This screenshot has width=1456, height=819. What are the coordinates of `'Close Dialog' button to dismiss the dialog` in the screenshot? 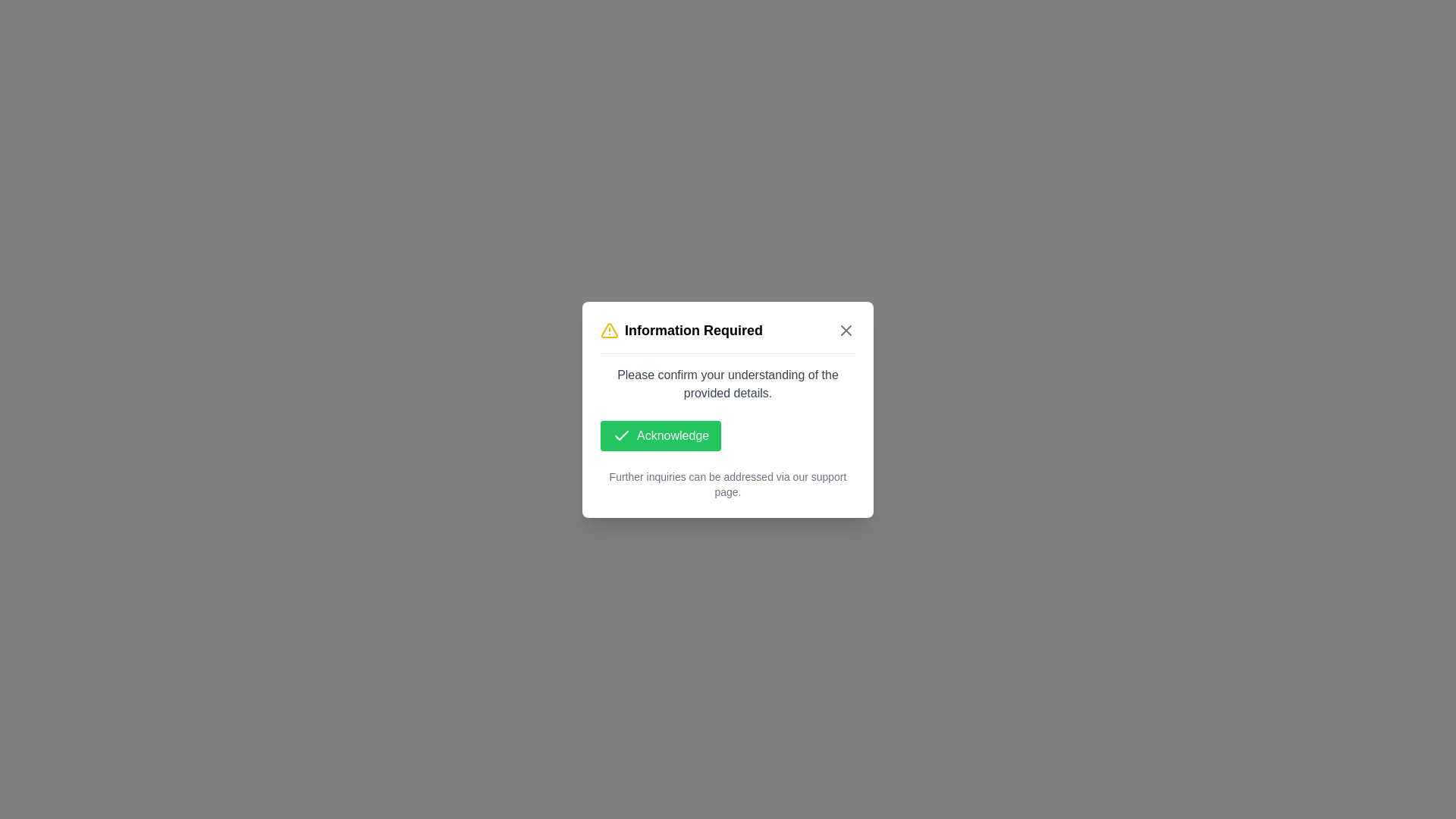 It's located at (846, 329).